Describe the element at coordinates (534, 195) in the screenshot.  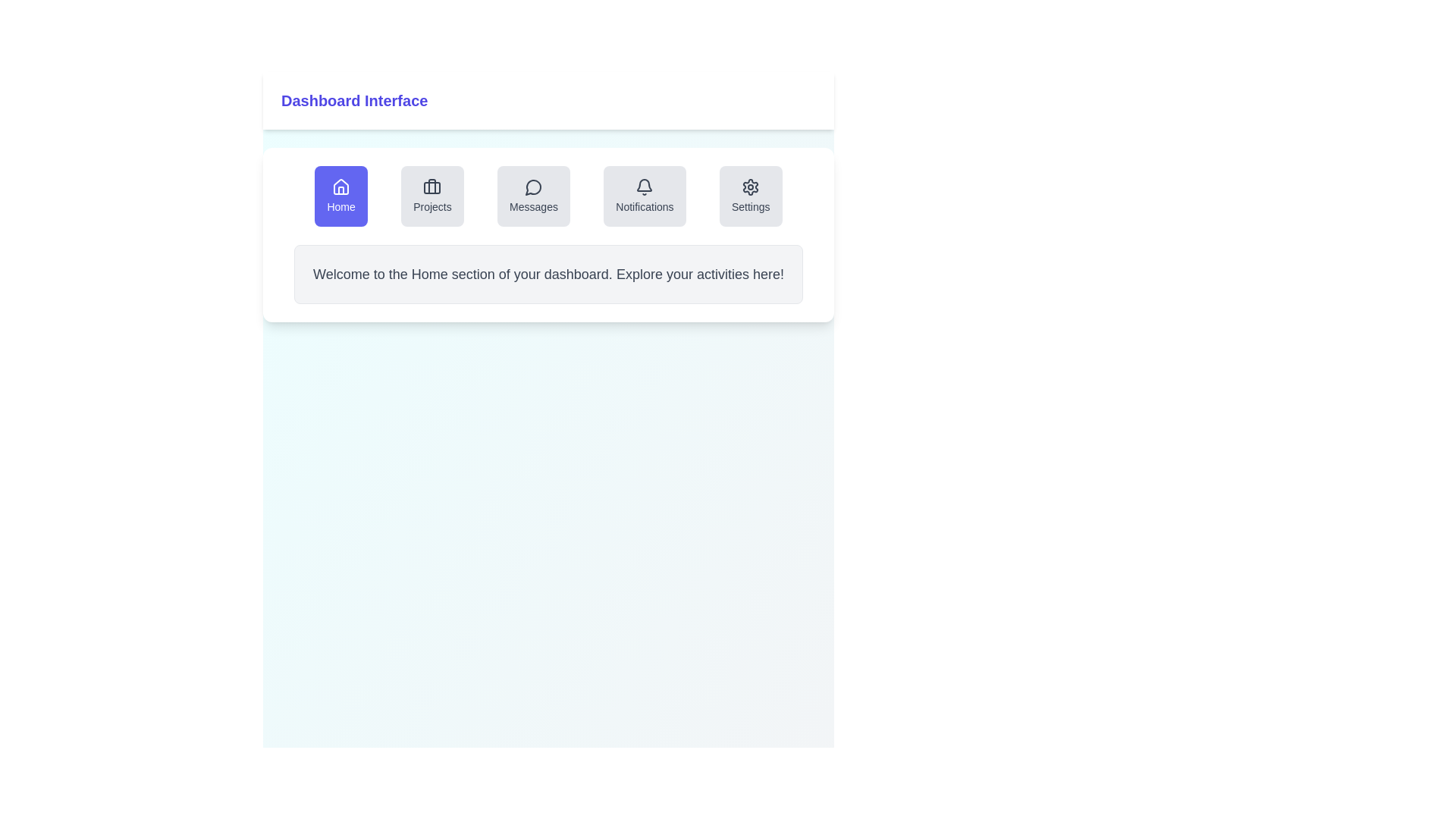
I see `the third button in the horizontal row of five buttons, which has an icon and text for navigating to the messages section of the application, to trigger visual feedback` at that location.